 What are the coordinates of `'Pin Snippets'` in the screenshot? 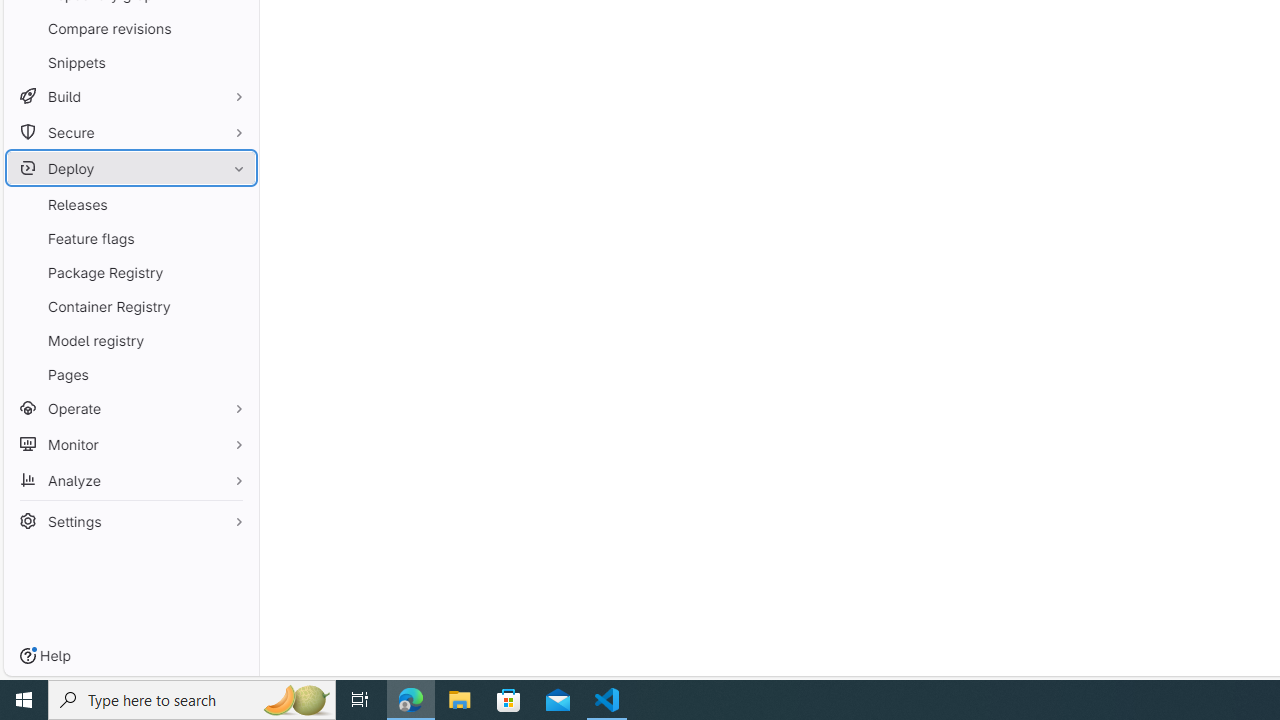 It's located at (234, 61).